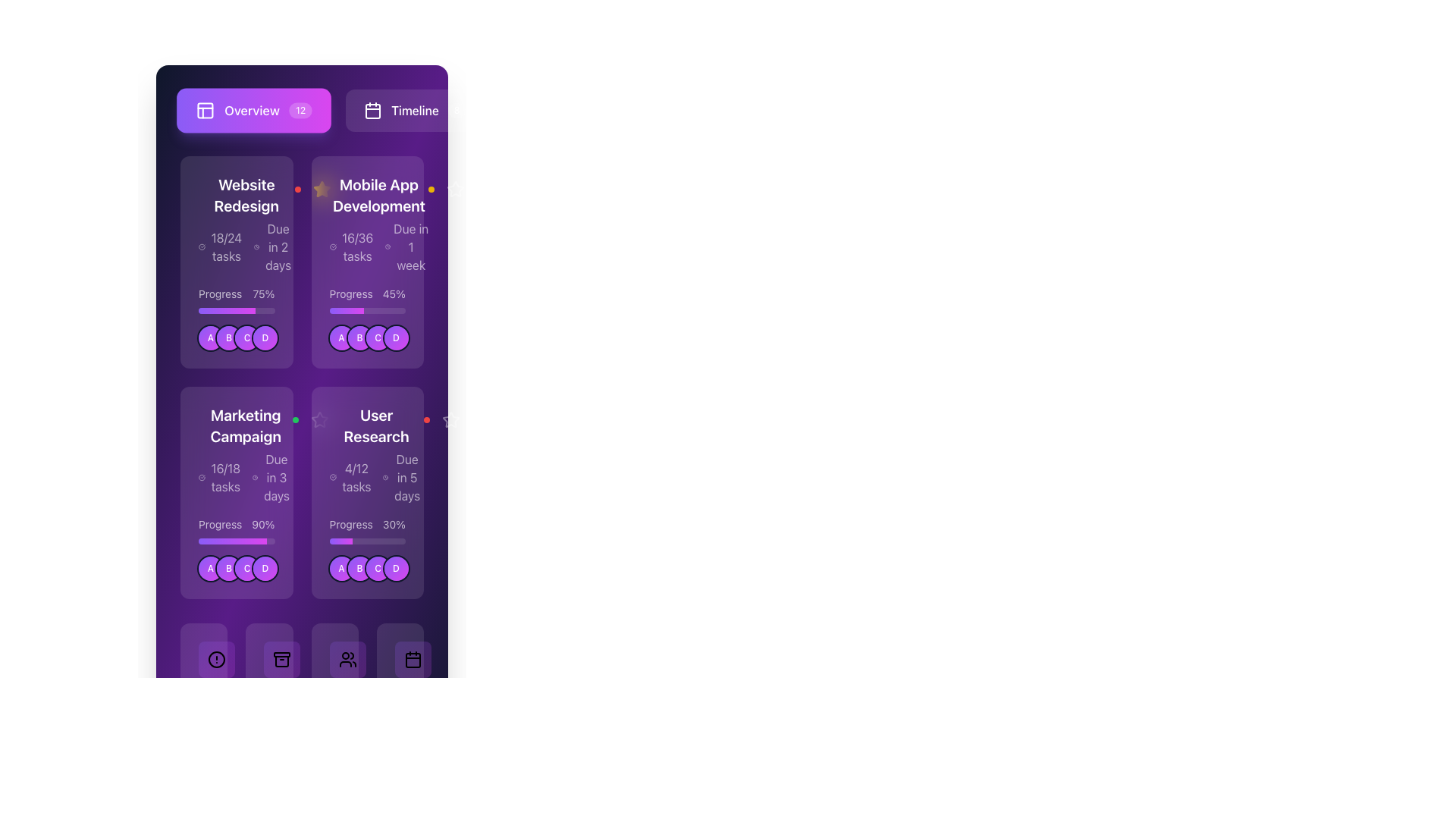 The width and height of the screenshot is (1456, 819). I want to click on the yellow star-shaped icon located in the top-right corner of the 'Mobile App Development' card, so click(321, 189).